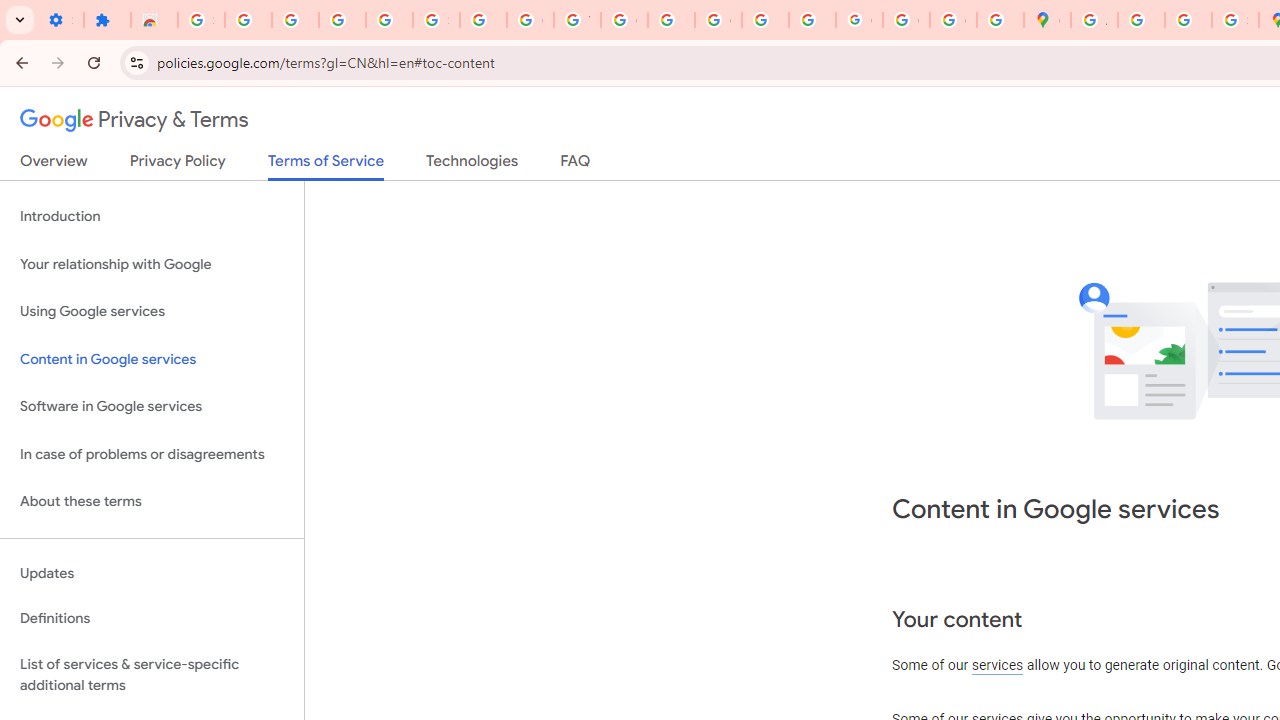  I want to click on 'services', so click(997, 666).